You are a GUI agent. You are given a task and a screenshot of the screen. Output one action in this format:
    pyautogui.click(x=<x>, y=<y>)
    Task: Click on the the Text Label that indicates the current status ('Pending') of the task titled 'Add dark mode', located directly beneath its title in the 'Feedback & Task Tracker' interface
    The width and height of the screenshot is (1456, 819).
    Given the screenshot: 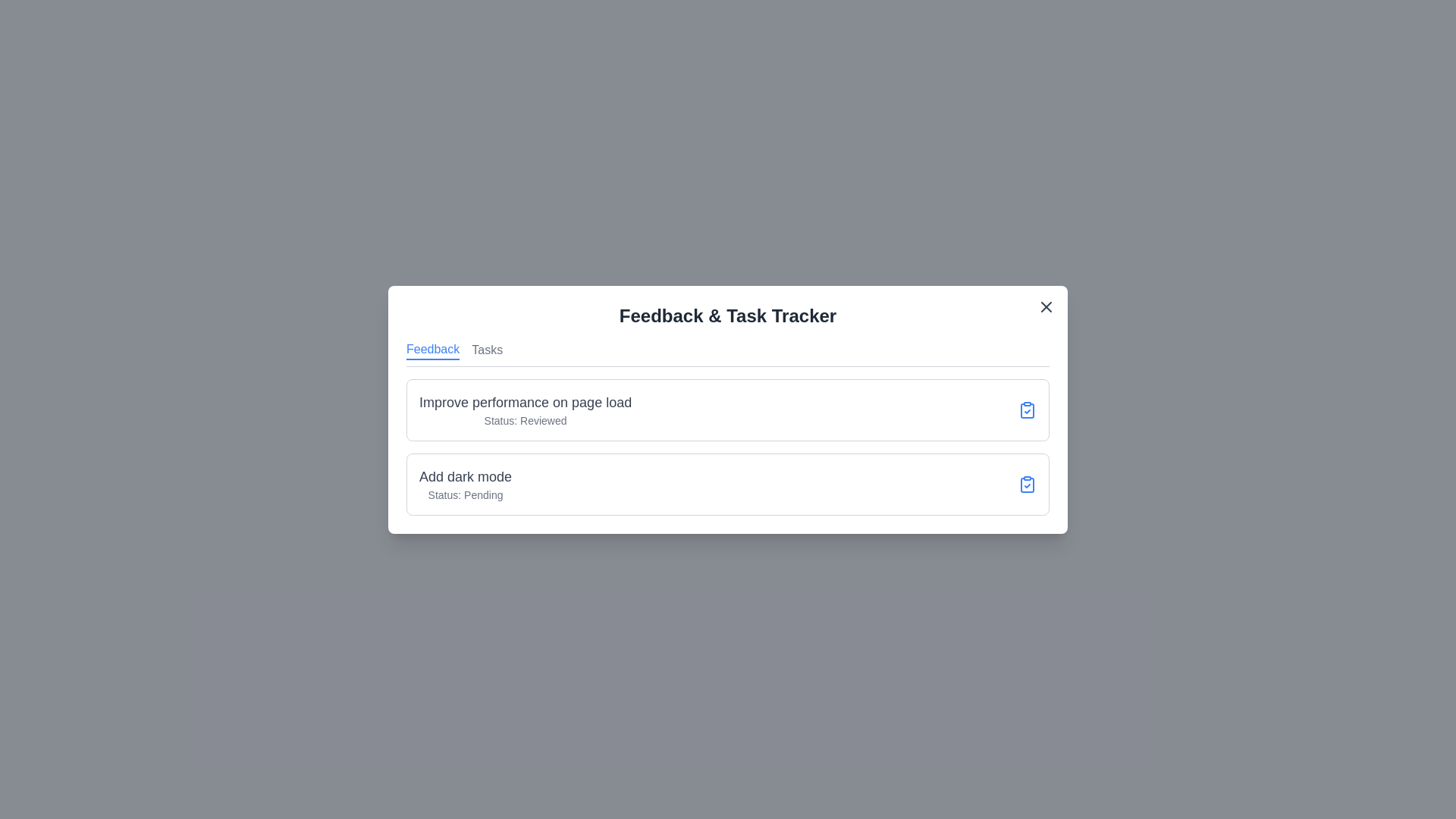 What is the action you would take?
    pyautogui.click(x=465, y=494)
    